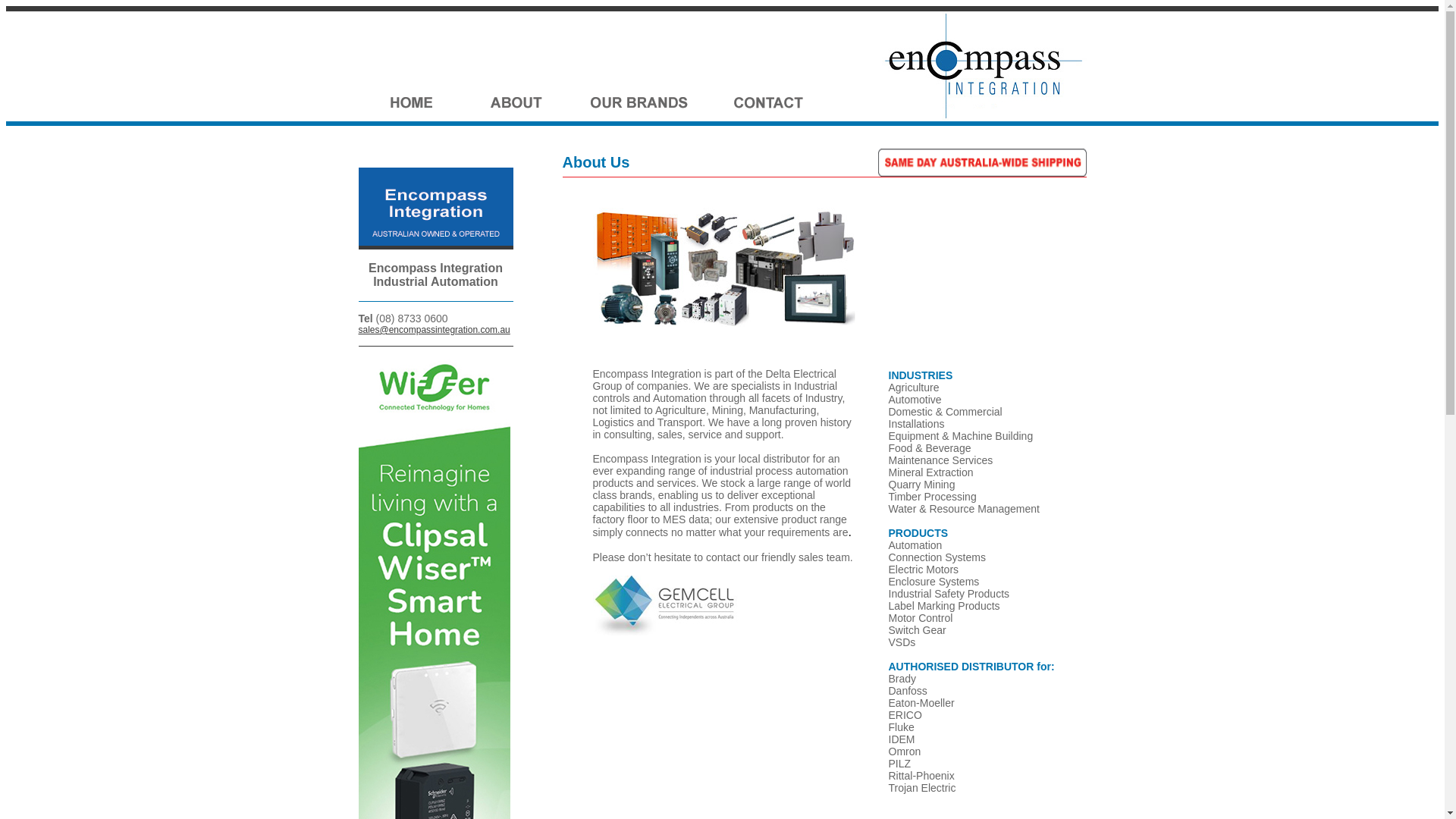 This screenshot has height=819, width=1456. Describe the element at coordinates (432, 329) in the screenshot. I see `'sales@encompassintegration.com.au'` at that location.